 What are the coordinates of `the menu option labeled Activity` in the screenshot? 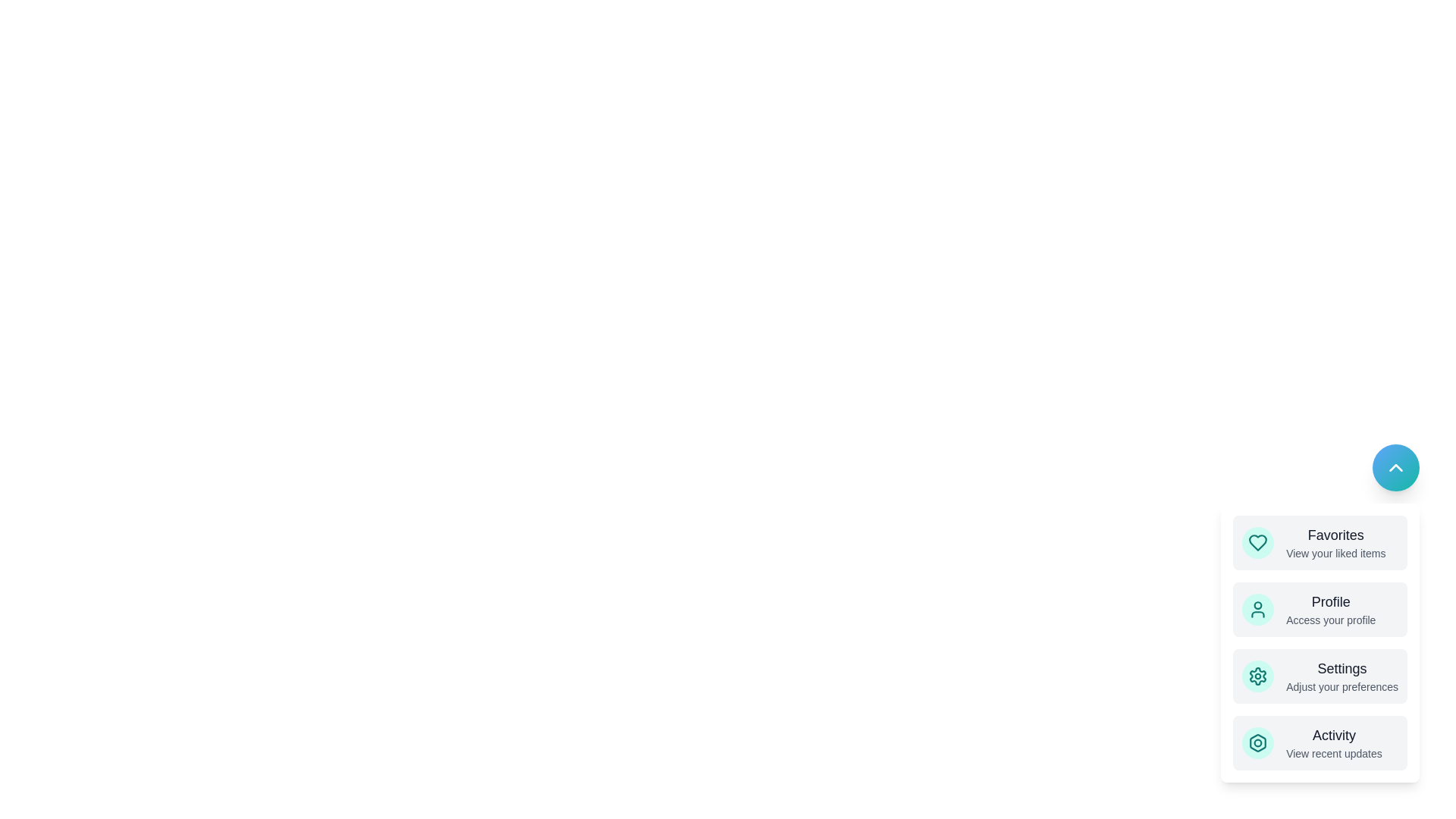 It's located at (1319, 742).